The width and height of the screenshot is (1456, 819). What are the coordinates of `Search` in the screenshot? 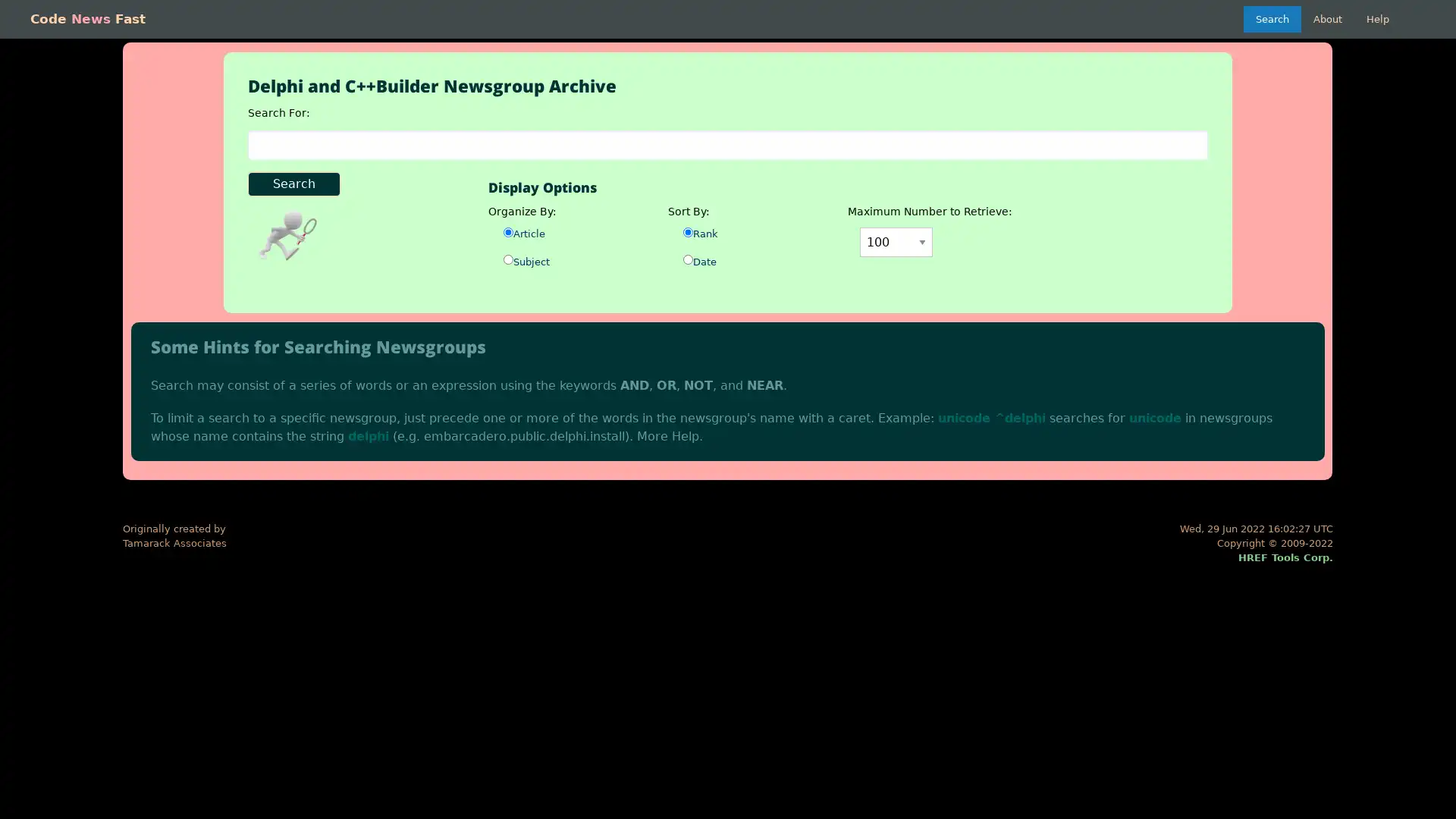 It's located at (294, 183).